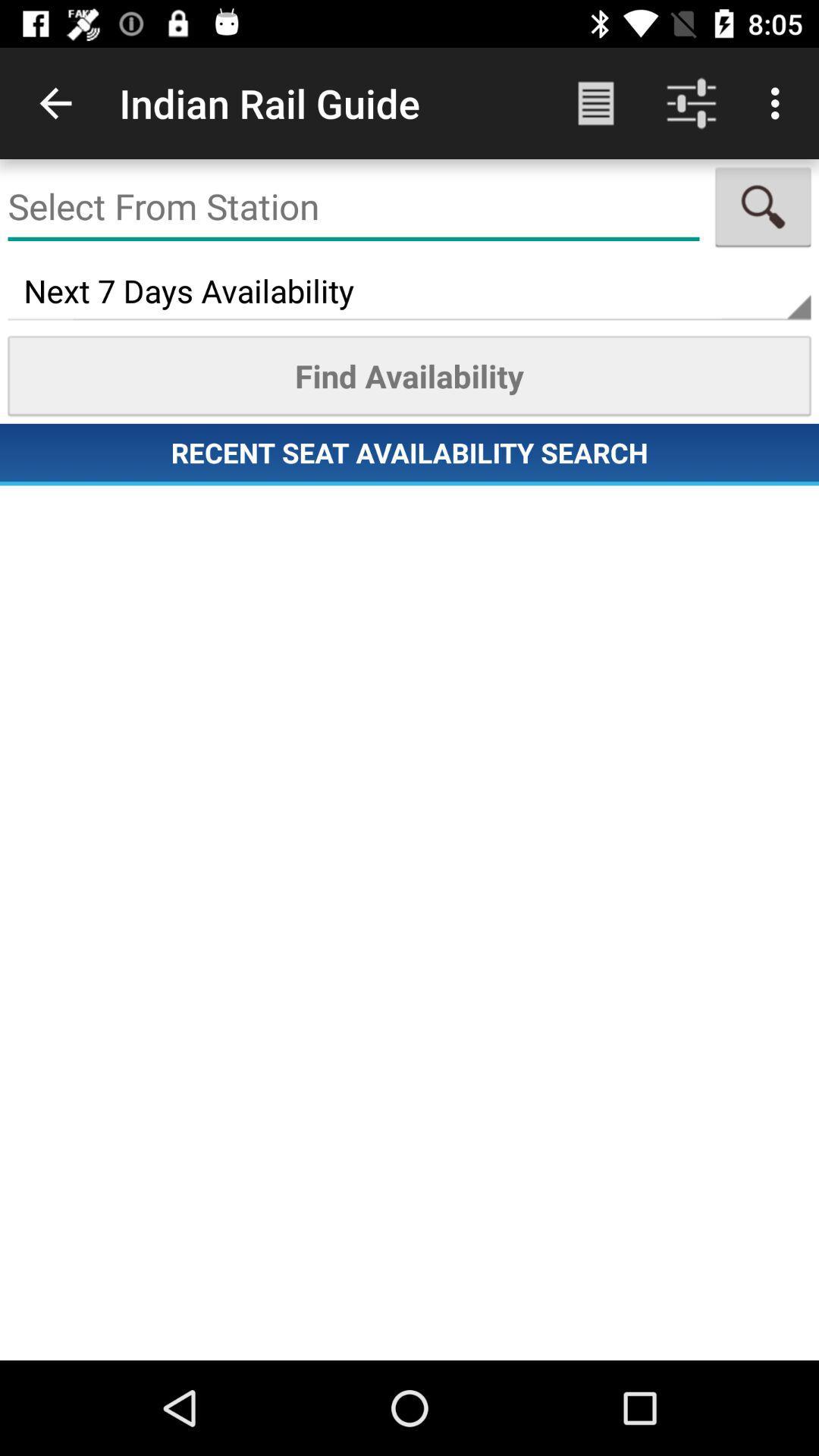 The height and width of the screenshot is (1456, 819). What do you see at coordinates (353, 206) in the screenshot?
I see `search station` at bounding box center [353, 206].